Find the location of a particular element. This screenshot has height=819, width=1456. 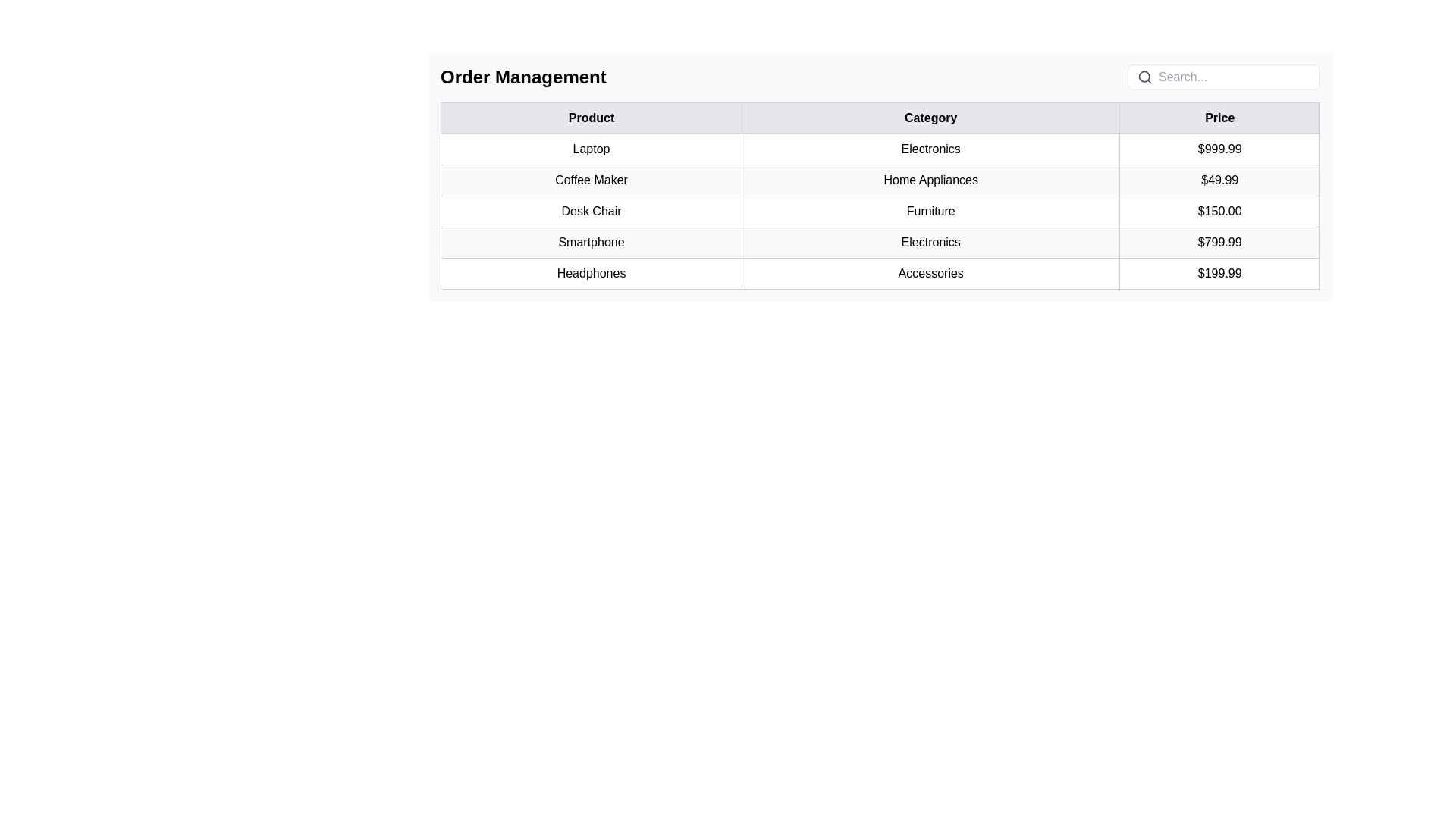

the table header labeled 'Price', which has bold black text on a light gray background and is styled with a border is located at coordinates (1219, 117).